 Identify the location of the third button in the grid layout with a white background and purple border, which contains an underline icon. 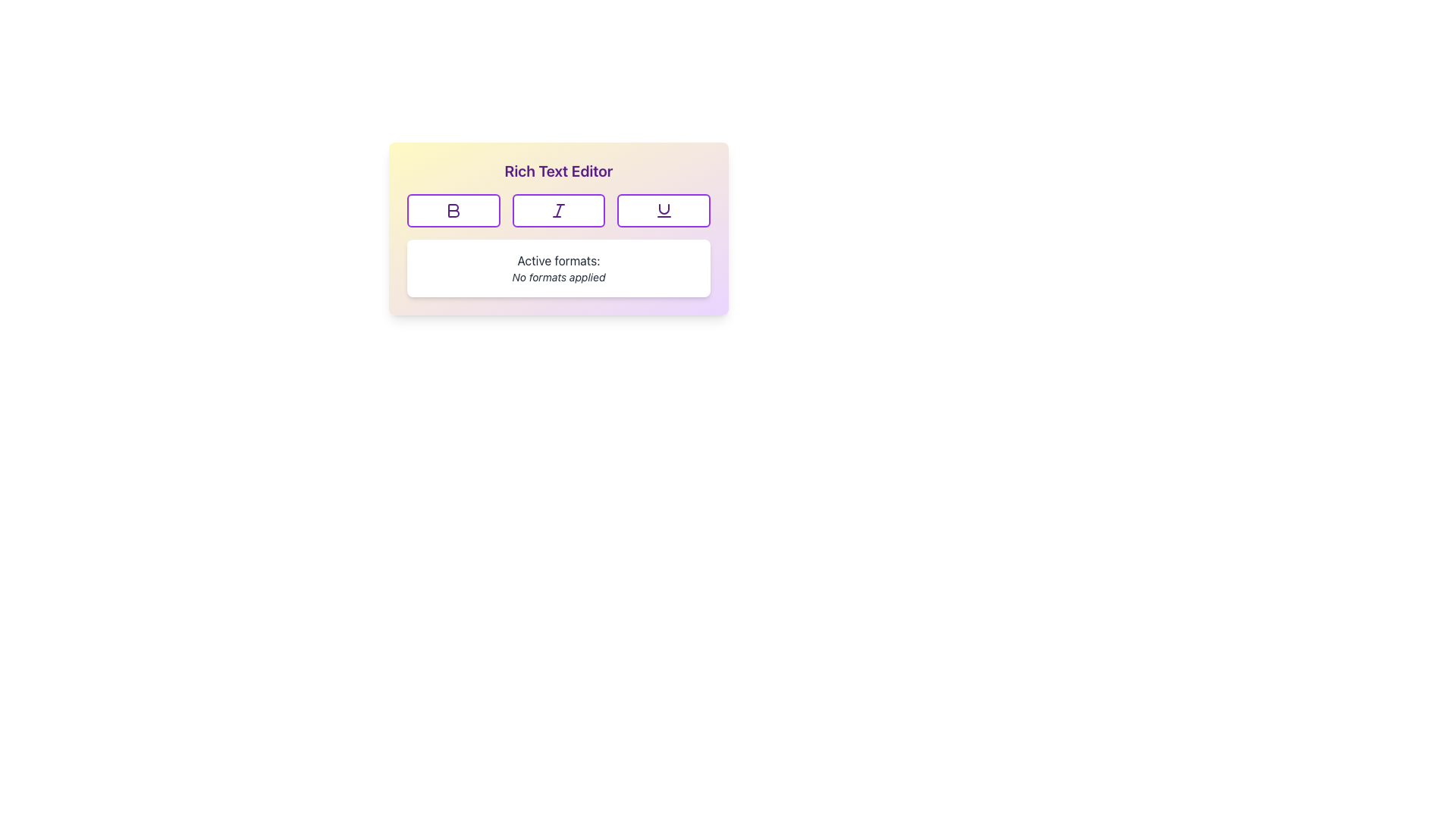
(664, 210).